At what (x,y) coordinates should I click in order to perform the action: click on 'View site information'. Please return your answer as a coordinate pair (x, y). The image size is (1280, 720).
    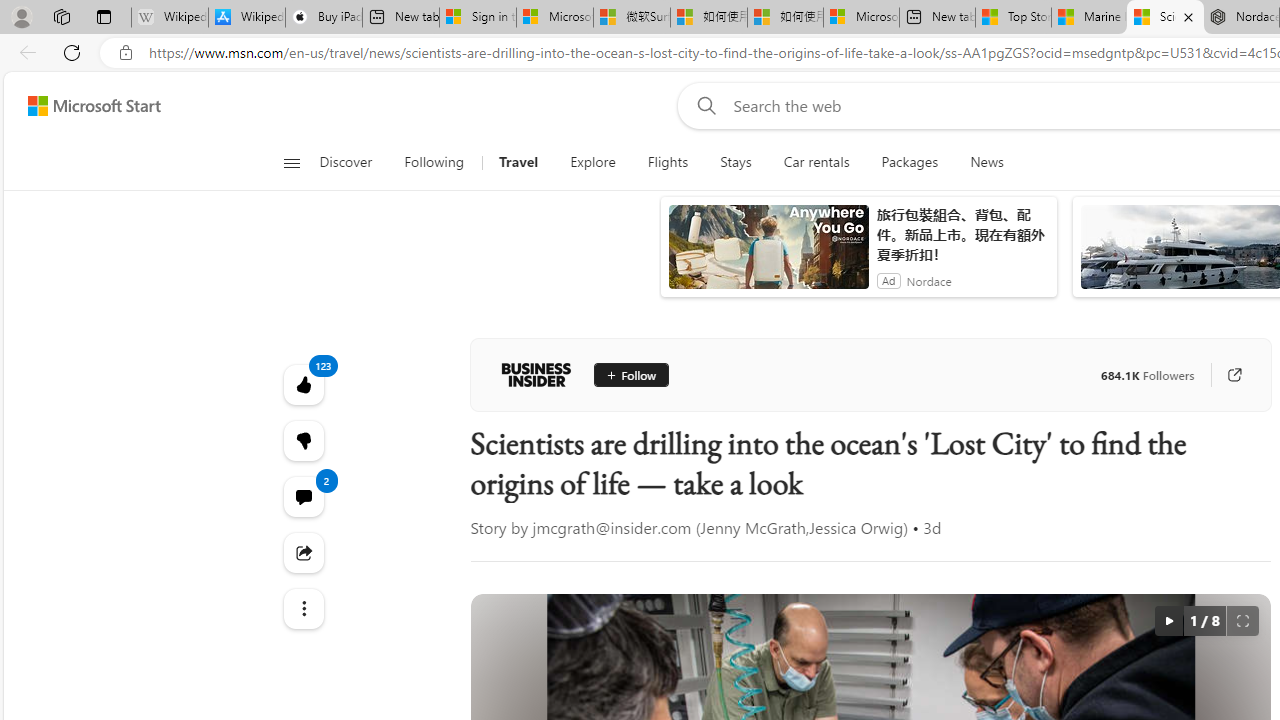
    Looking at the image, I should click on (125, 52).